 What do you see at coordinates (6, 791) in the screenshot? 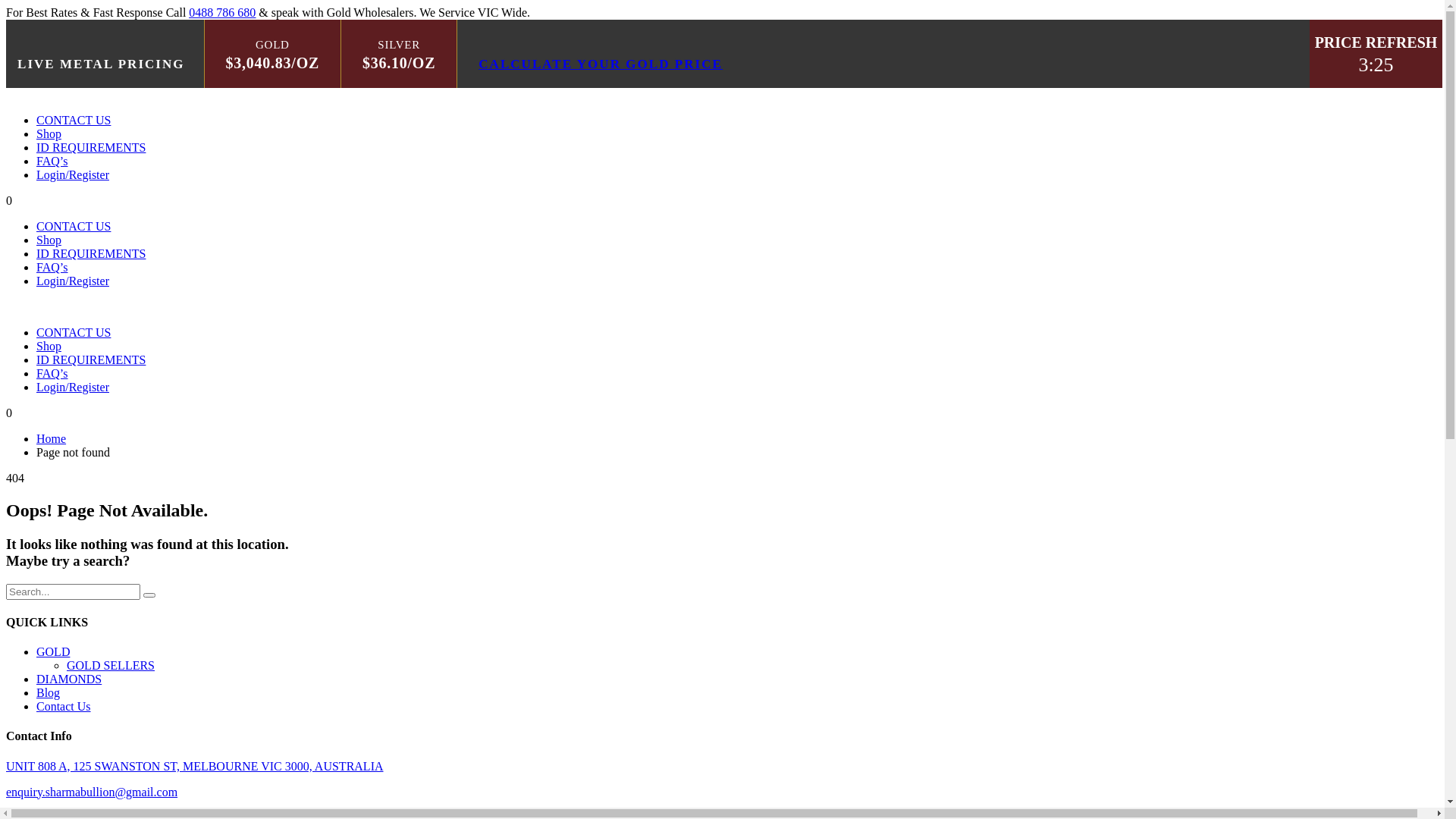
I see `'enquiry.sharmabullion@gmail.com'` at bounding box center [6, 791].